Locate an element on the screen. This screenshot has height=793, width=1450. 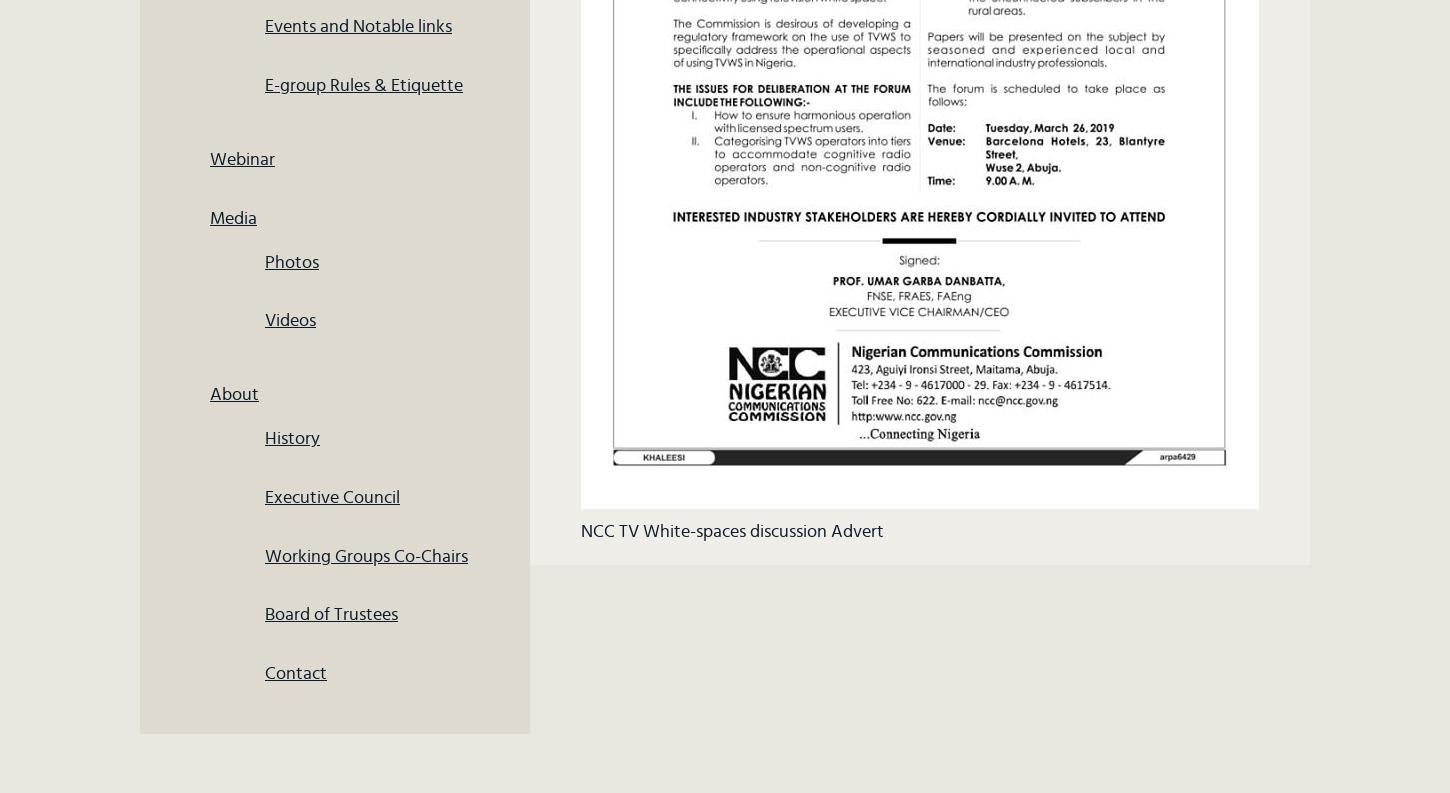
'Contact' is located at coordinates (295, 673).